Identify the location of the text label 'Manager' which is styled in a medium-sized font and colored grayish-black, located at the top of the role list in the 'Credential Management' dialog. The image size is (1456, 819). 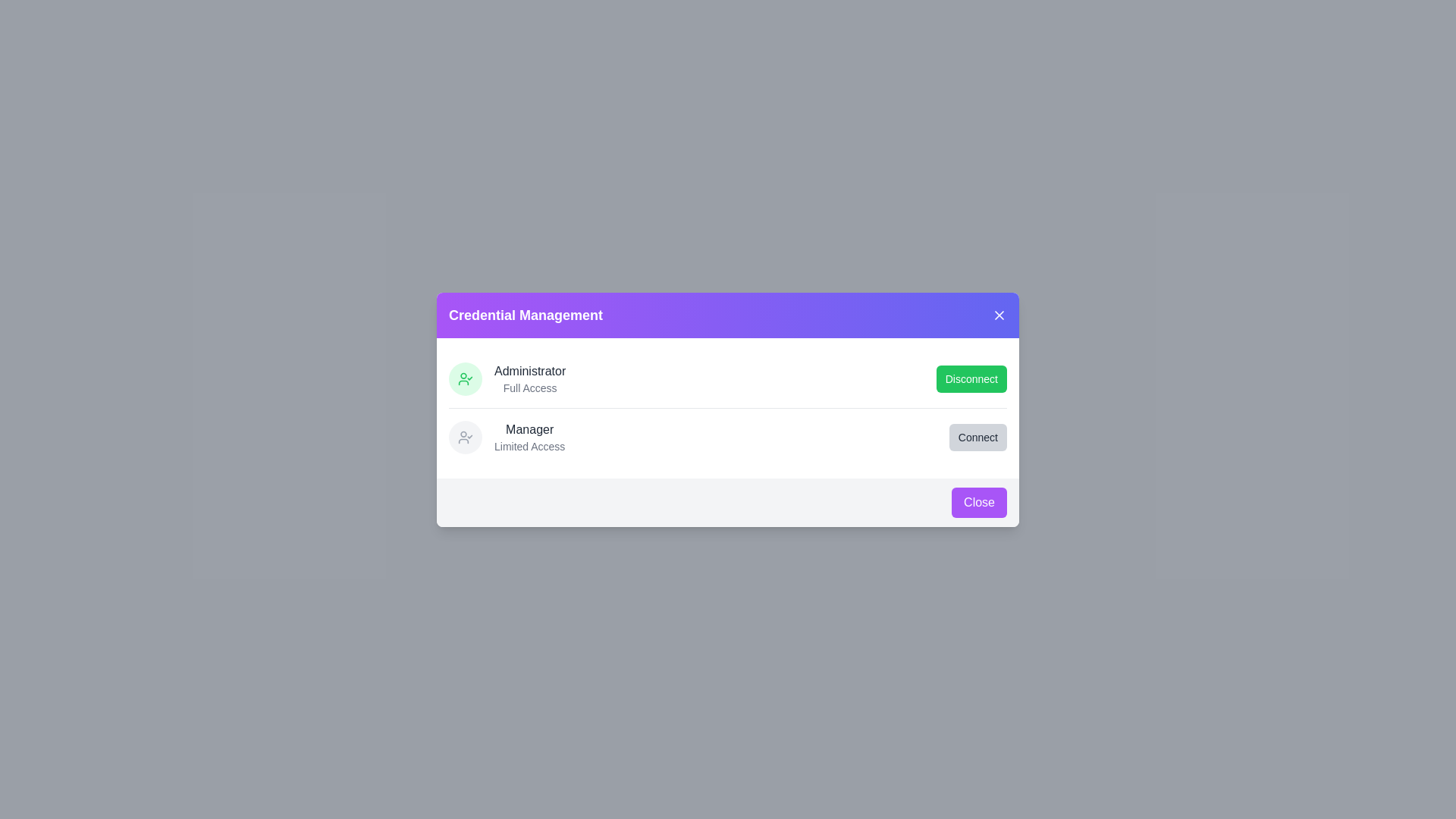
(529, 429).